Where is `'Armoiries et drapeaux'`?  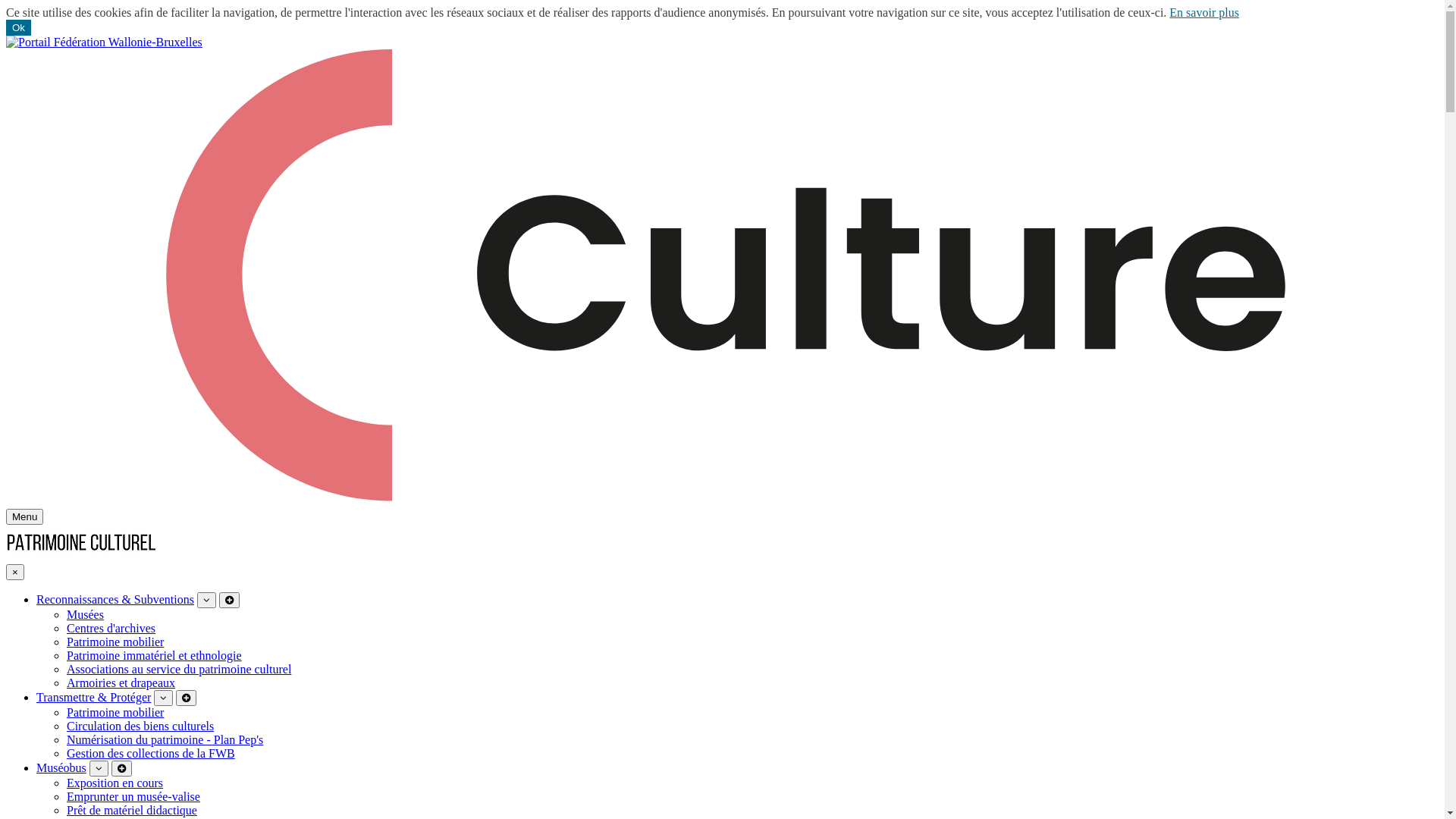
'Armoiries et drapeaux' is located at coordinates (120, 682).